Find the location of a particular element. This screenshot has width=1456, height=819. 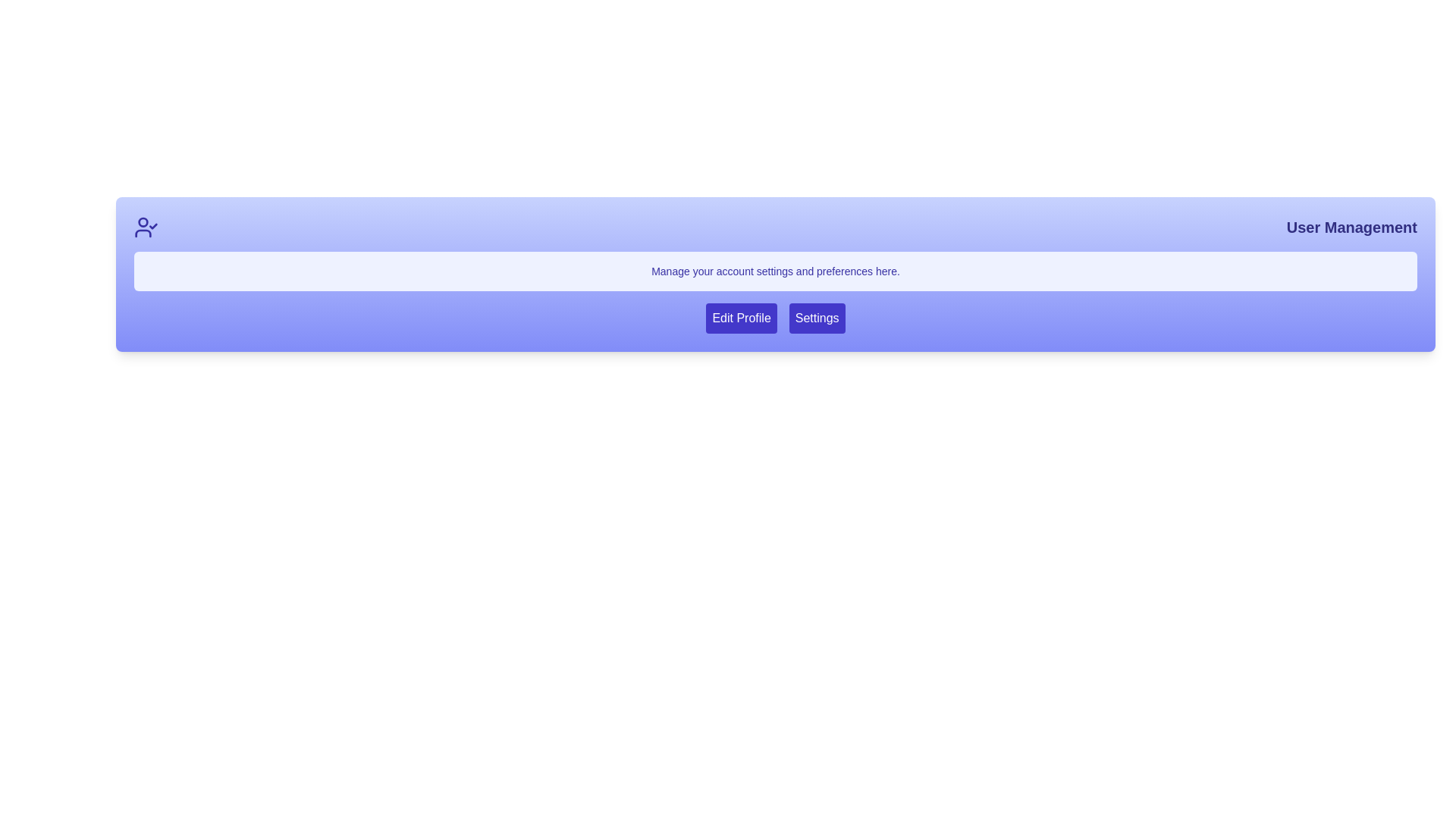

the 'Settings' button, which is a rectangular button with rounded corners, featuring white text on a purple background is located at coordinates (816, 318).